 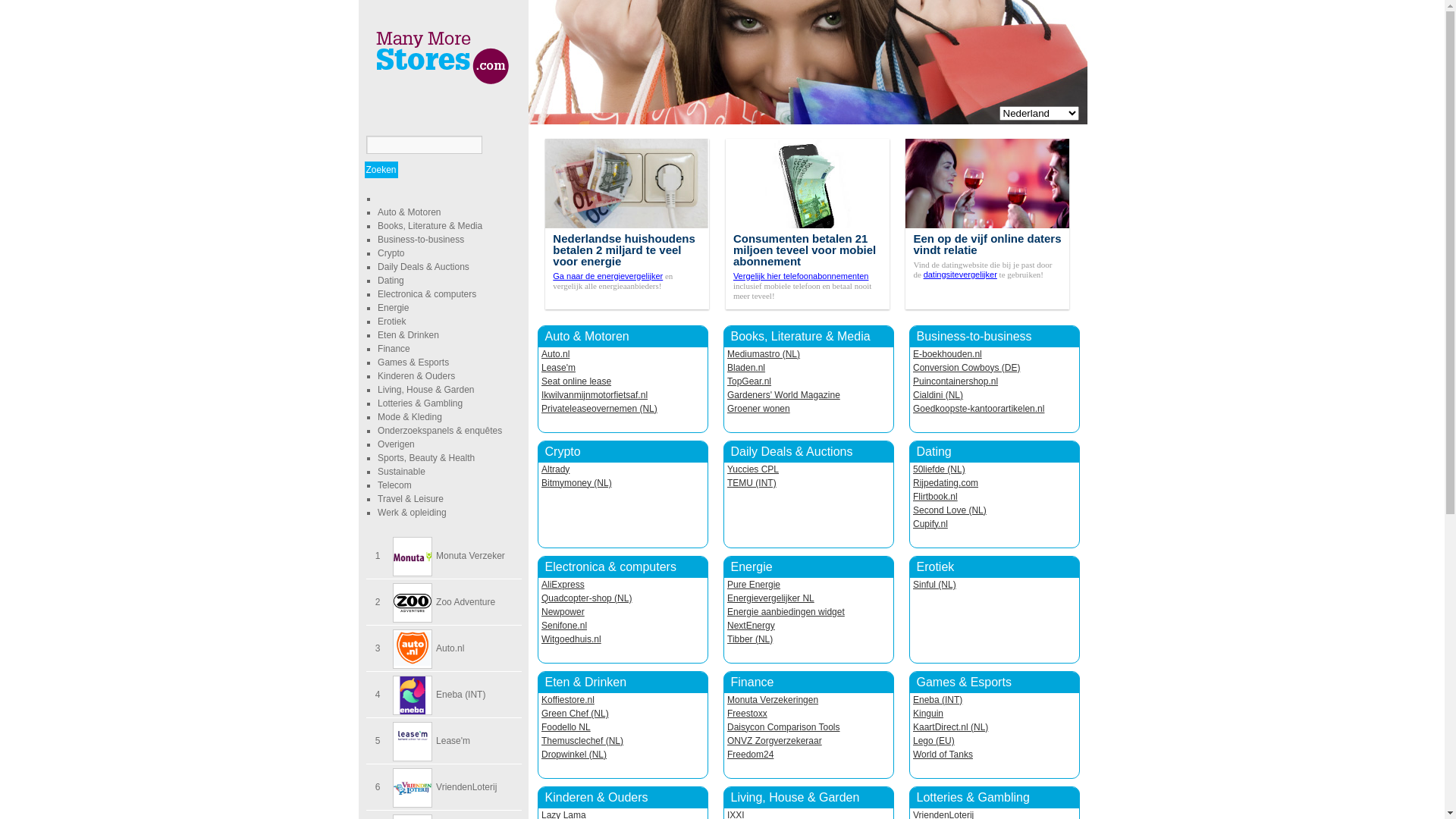 What do you see at coordinates (421, 239) in the screenshot?
I see `'Business-to-business'` at bounding box center [421, 239].